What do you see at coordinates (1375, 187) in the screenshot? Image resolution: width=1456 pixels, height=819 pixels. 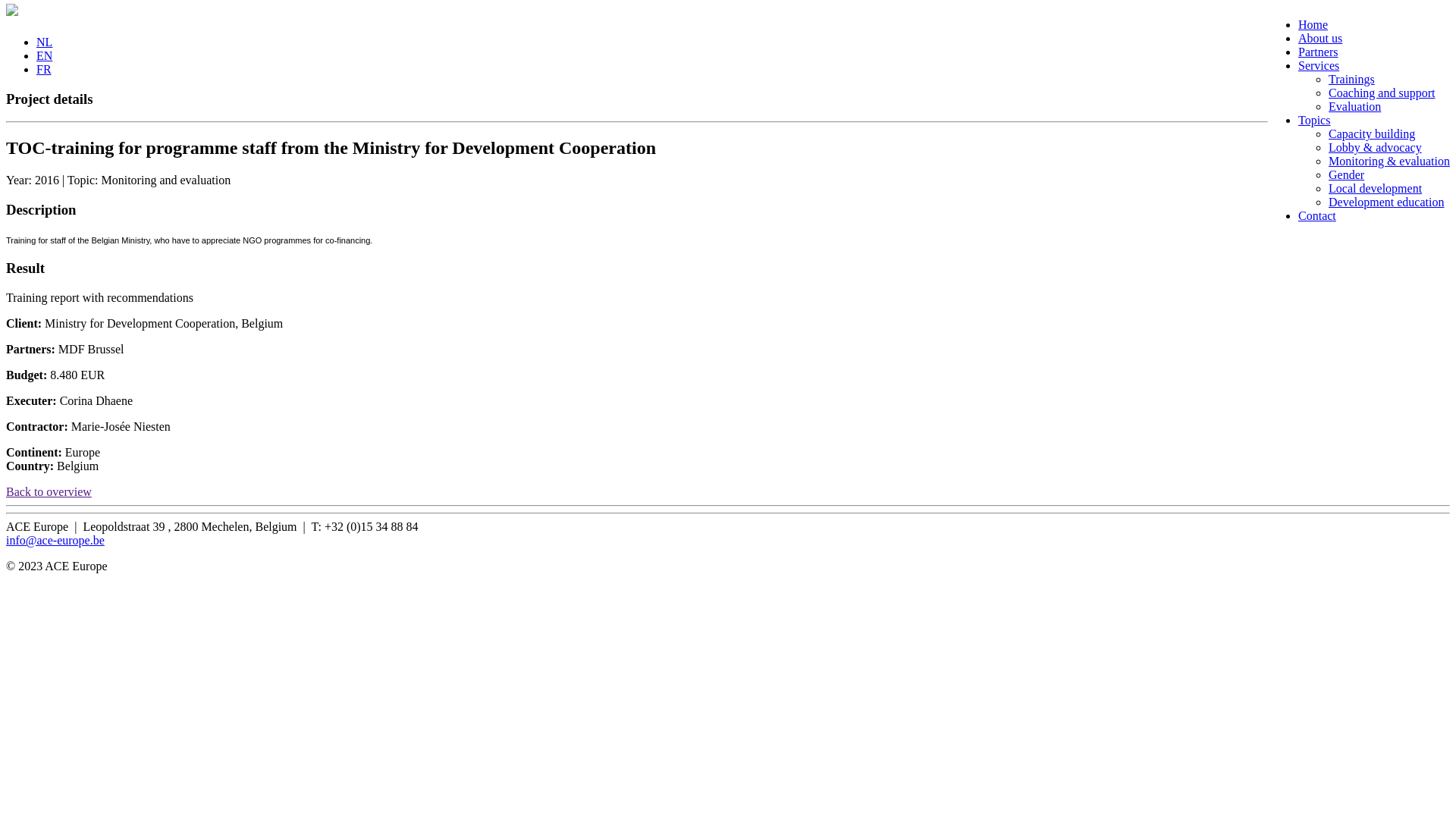 I see `'Local development'` at bounding box center [1375, 187].